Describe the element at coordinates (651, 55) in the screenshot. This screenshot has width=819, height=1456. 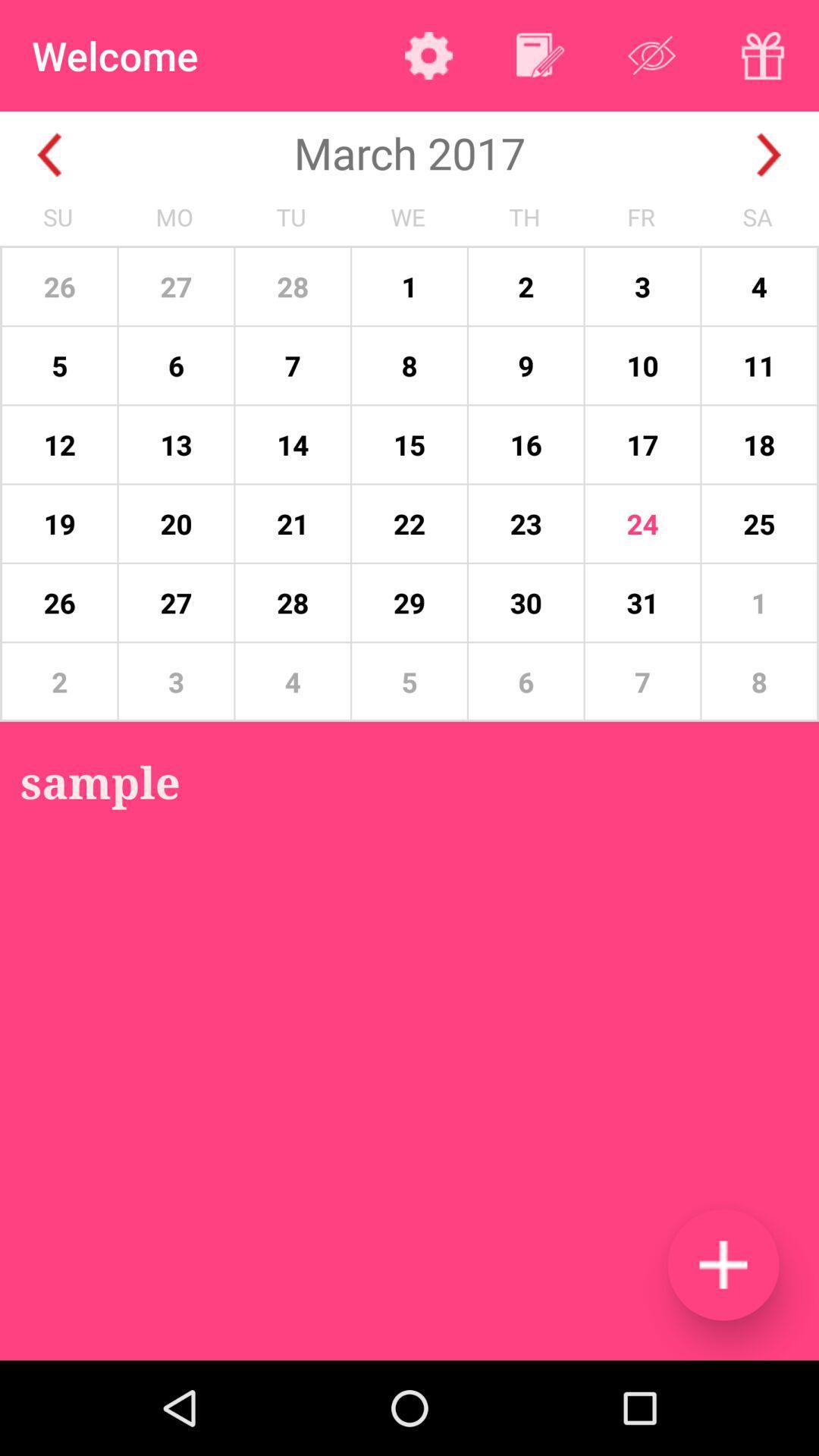
I see `change information visibility` at that location.